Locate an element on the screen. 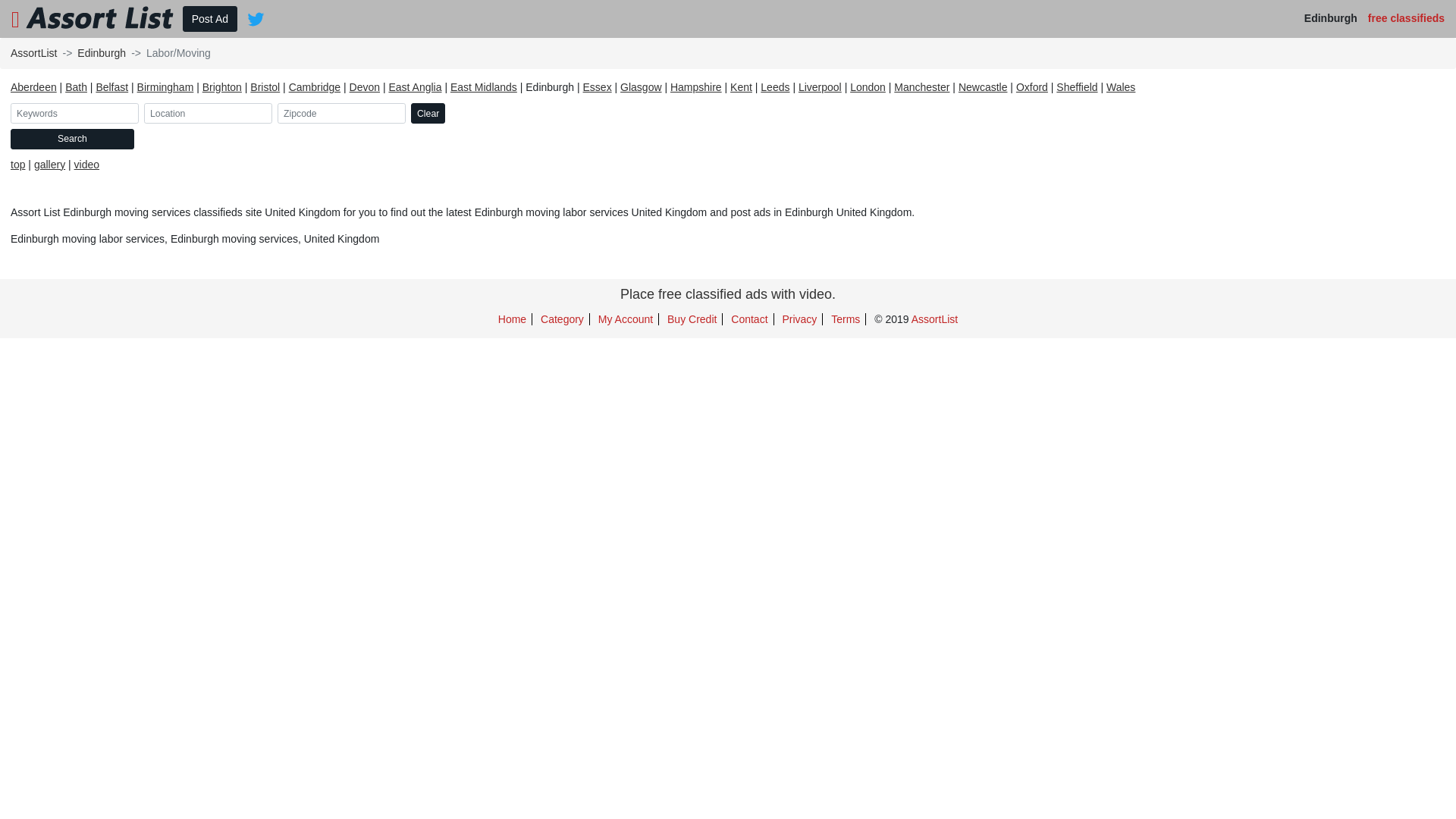  'video' is located at coordinates (86, 164).